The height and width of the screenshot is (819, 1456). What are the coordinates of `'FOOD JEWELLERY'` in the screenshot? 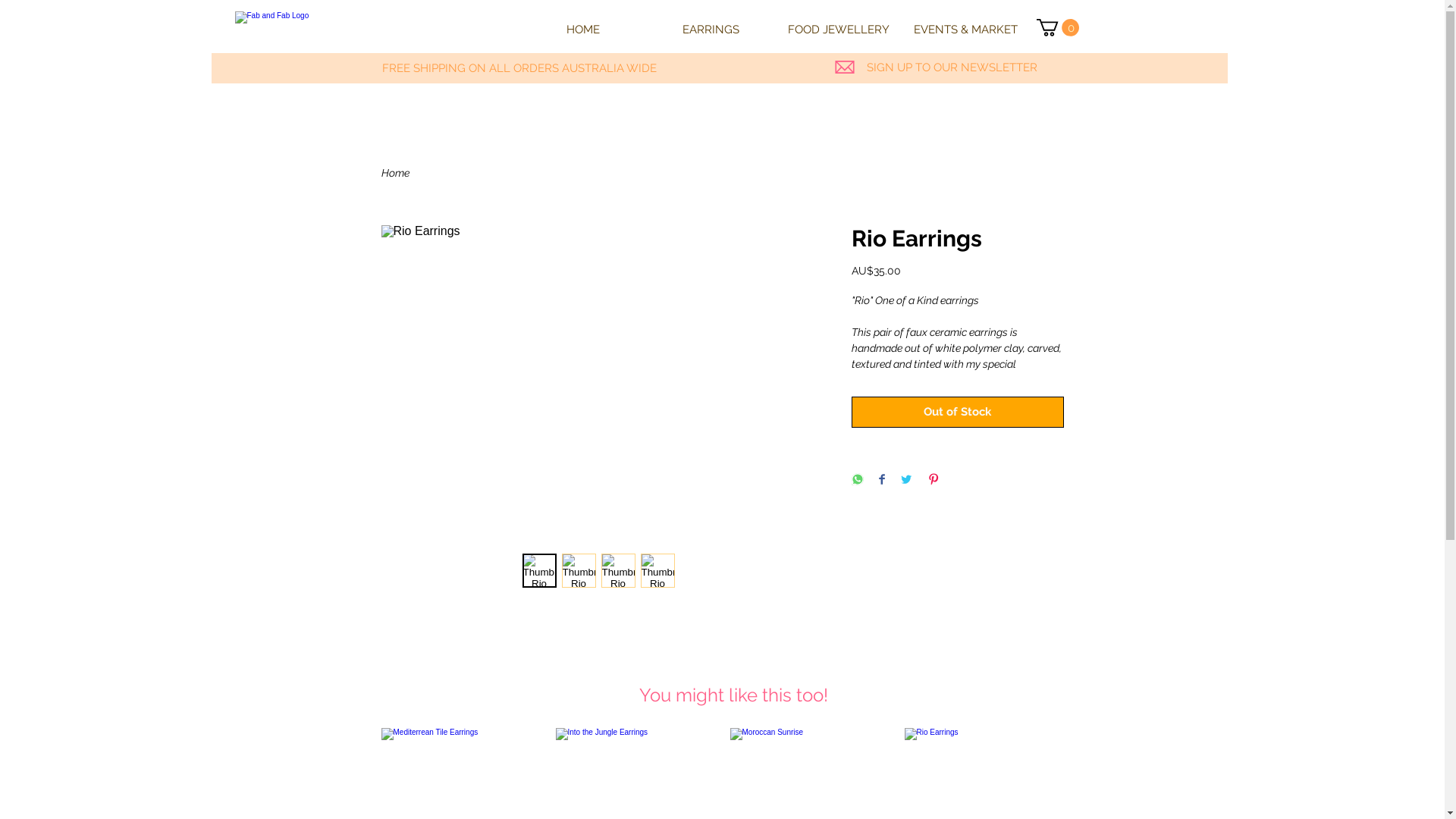 It's located at (837, 30).